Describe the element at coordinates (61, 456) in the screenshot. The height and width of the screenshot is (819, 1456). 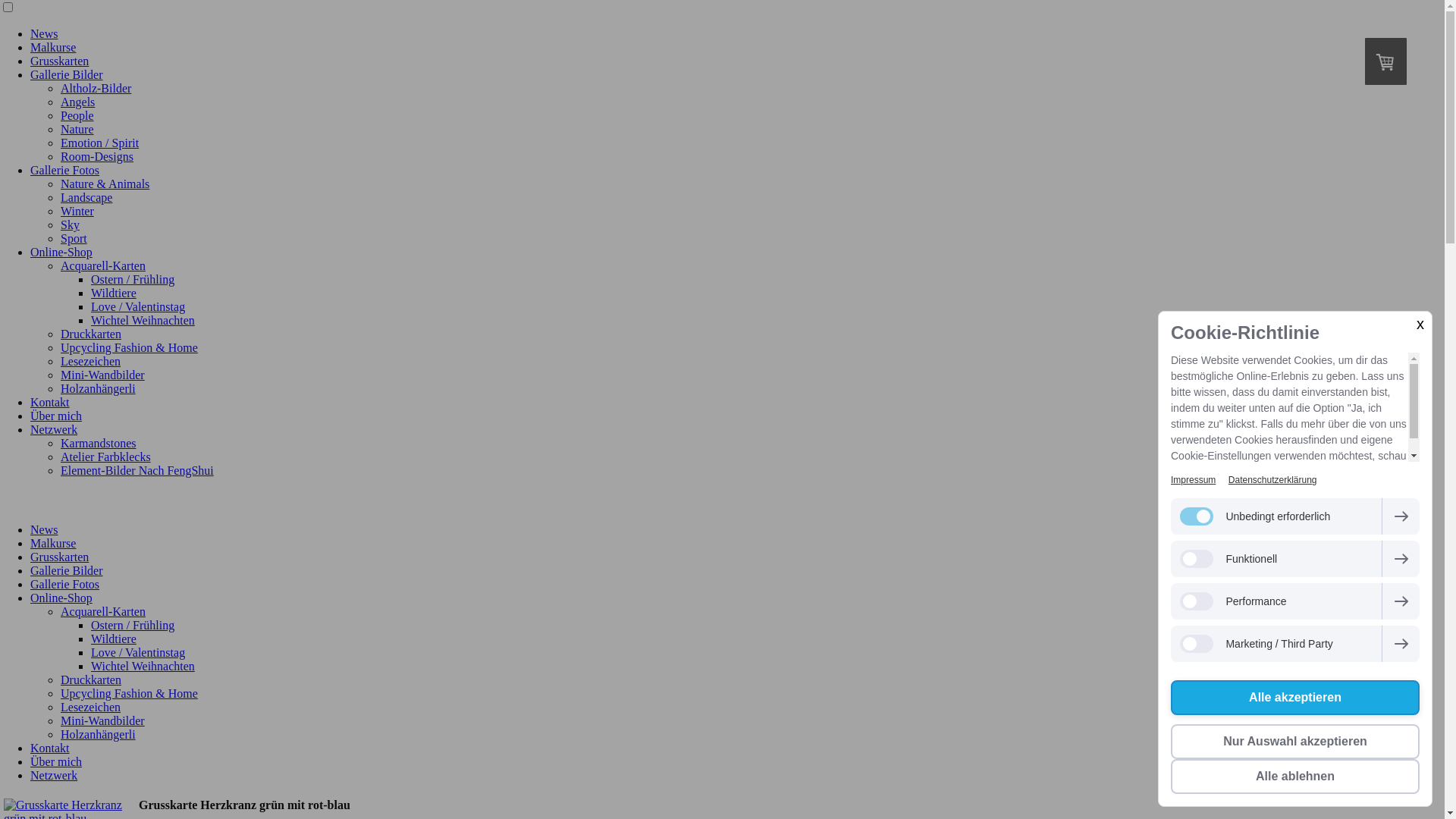
I see `'Atelier Farbklecks'` at that location.